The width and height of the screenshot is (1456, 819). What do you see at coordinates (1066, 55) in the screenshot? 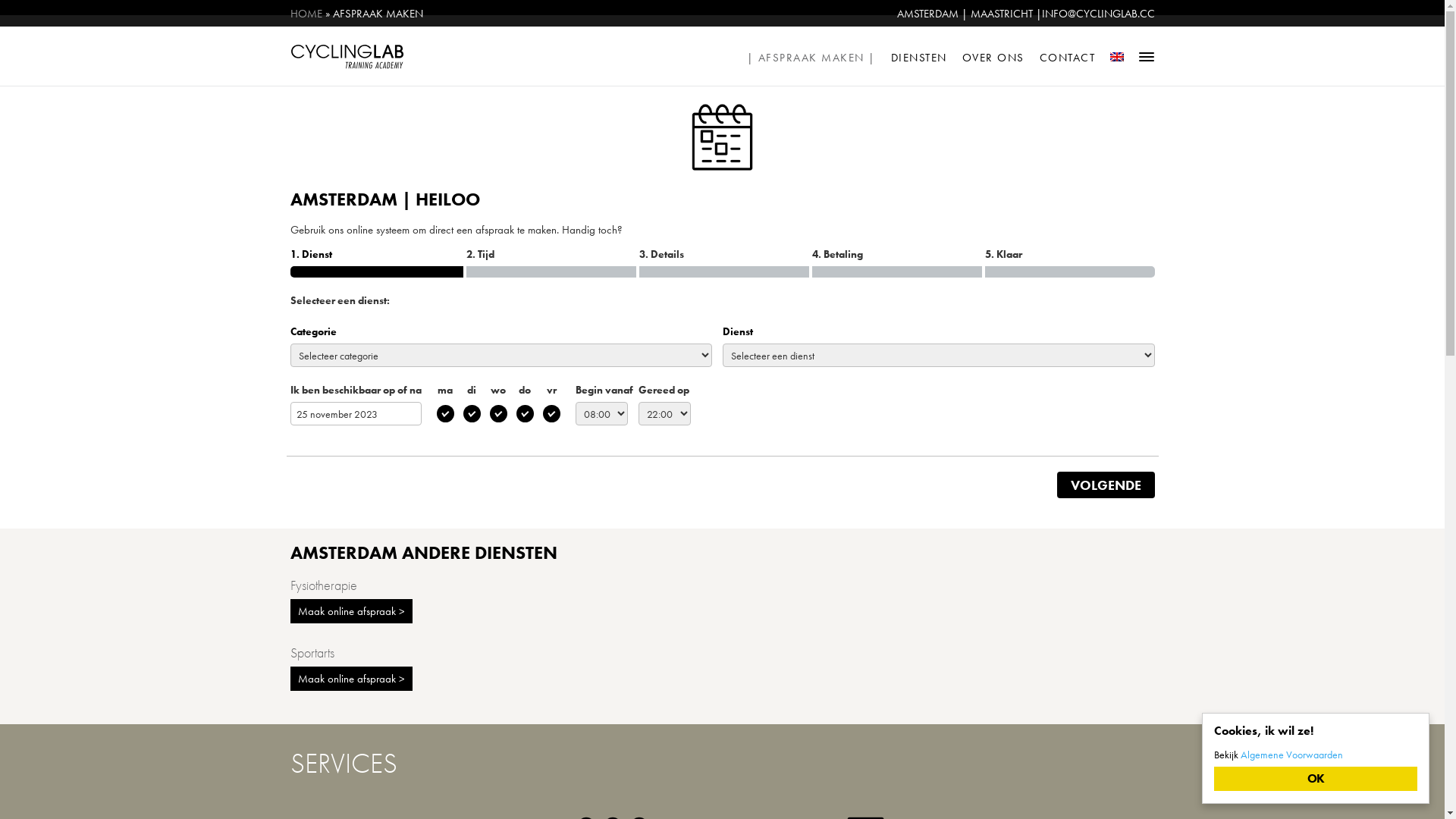
I see `'CONTACT'` at bounding box center [1066, 55].